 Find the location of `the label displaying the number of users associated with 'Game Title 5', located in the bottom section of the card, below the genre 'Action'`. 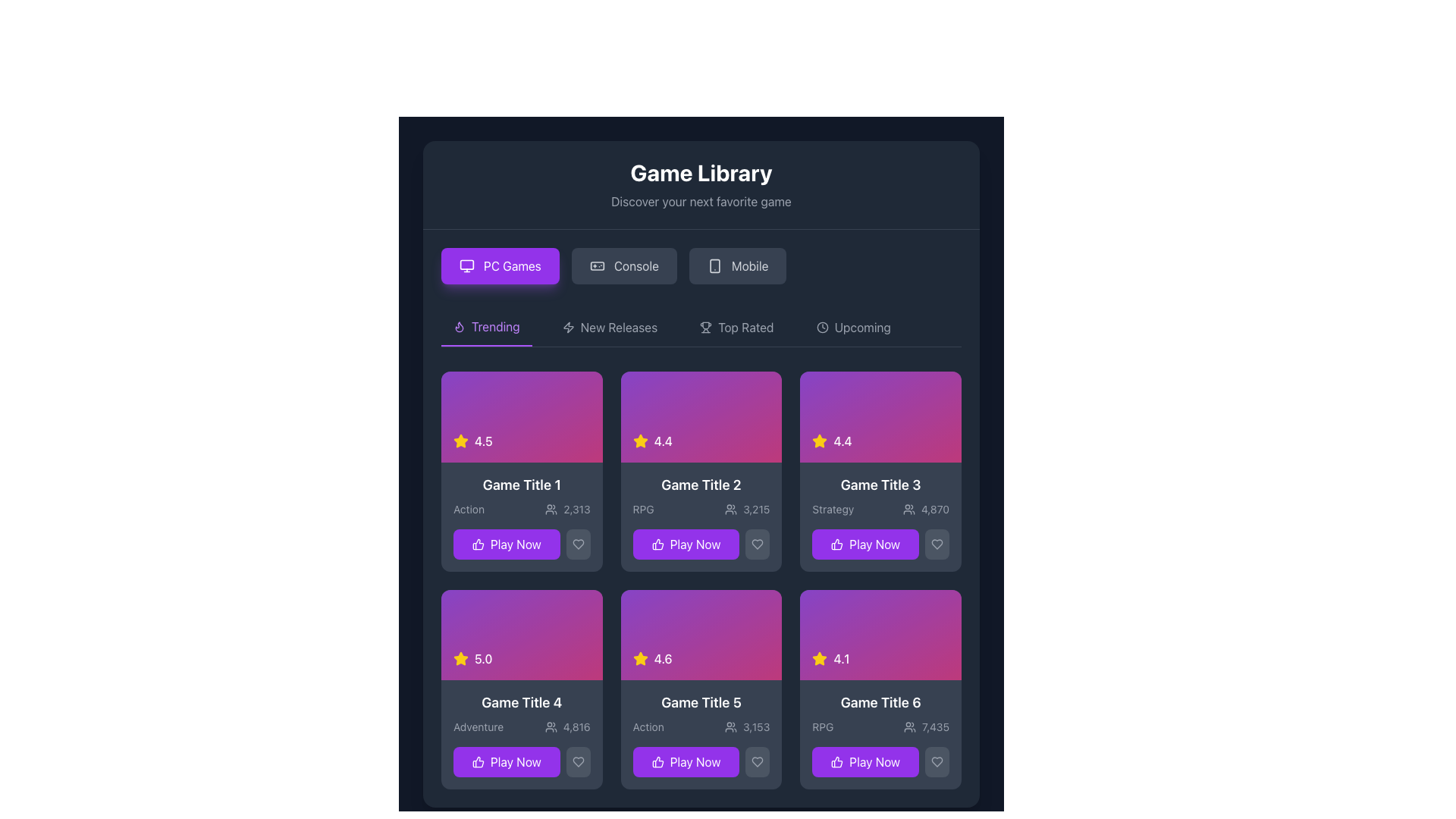

the label displaying the number of users associated with 'Game Title 5', located in the bottom section of the card, below the genre 'Action' is located at coordinates (747, 726).